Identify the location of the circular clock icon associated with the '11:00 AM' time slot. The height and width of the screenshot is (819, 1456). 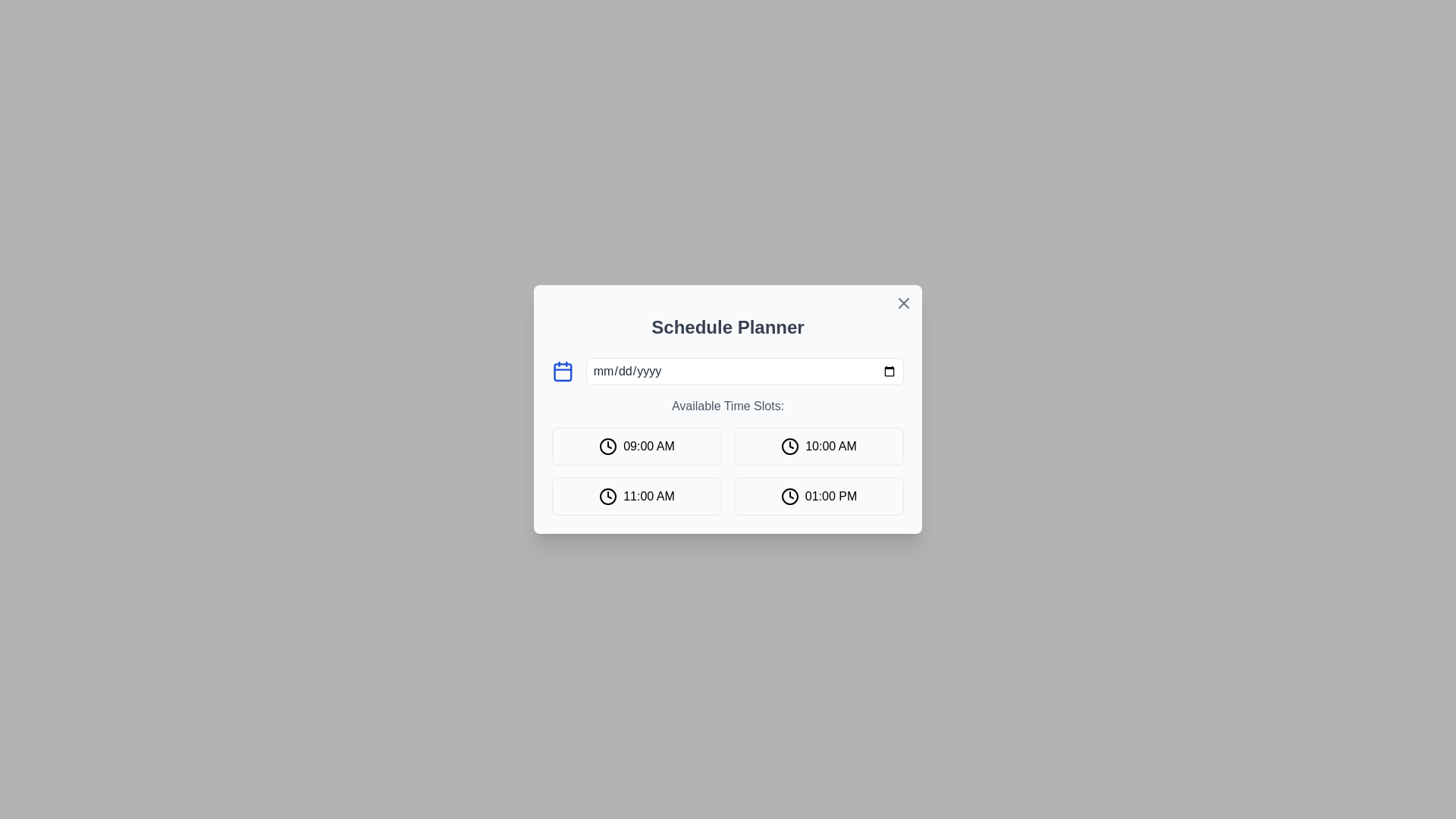
(608, 497).